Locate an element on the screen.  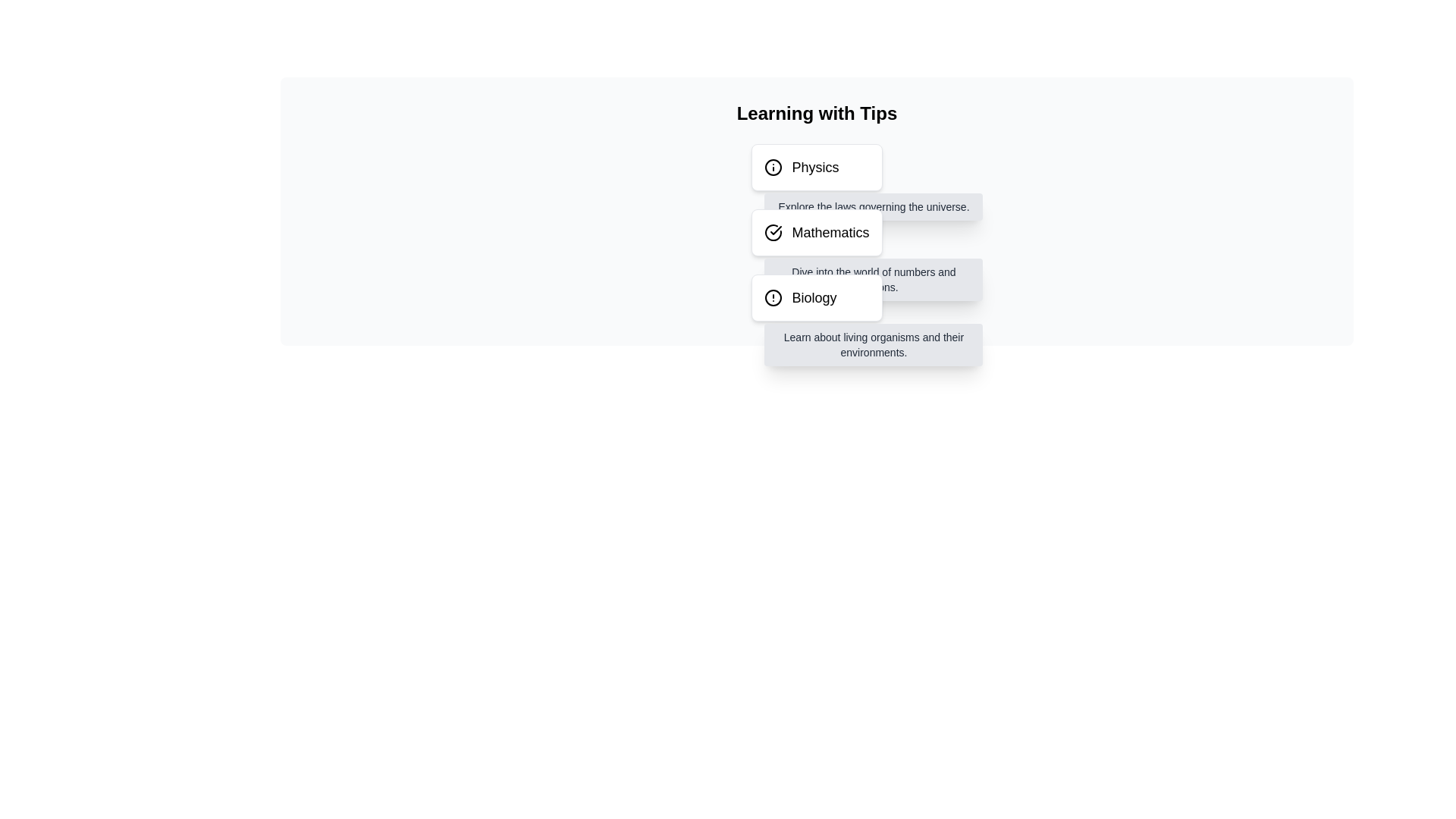
description text label providing information about the Physics section, located below the 'Physics' header in the interactive list is located at coordinates (874, 207).